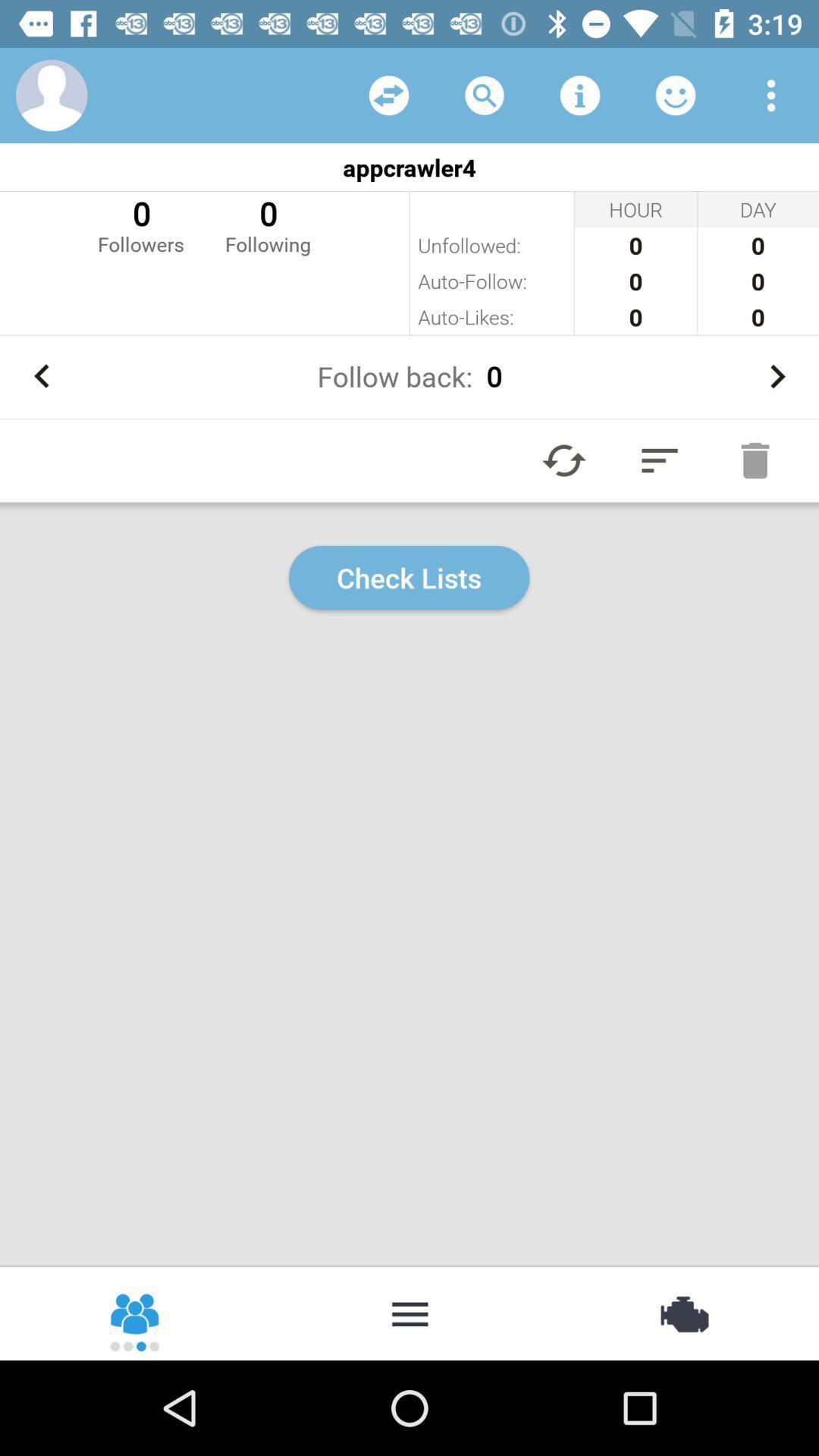  Describe the element at coordinates (579, 94) in the screenshot. I see `tap for information` at that location.